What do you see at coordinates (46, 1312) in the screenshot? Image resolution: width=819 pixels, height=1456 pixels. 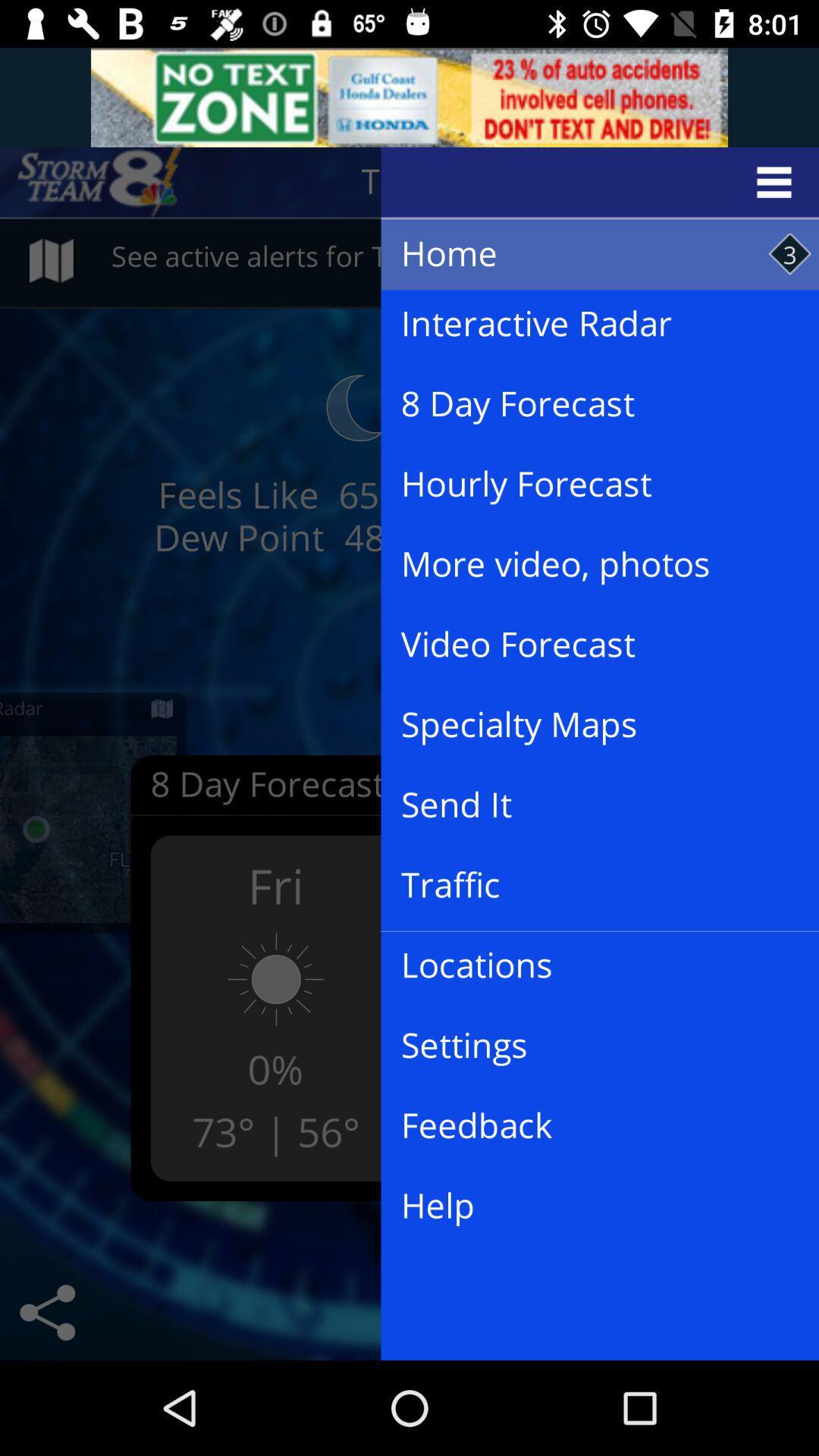 I see `the share icon` at bounding box center [46, 1312].